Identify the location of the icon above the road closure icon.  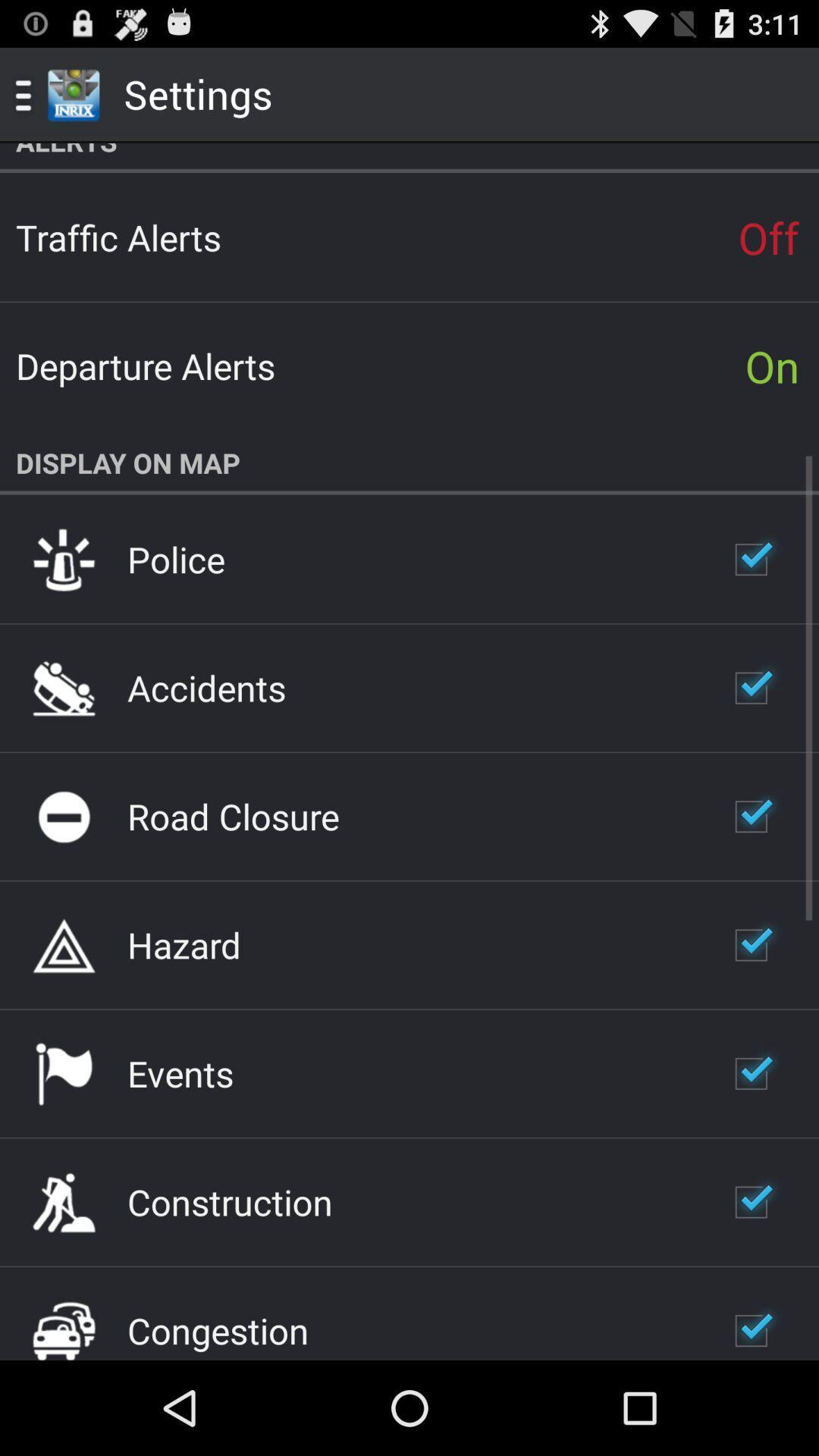
(206, 687).